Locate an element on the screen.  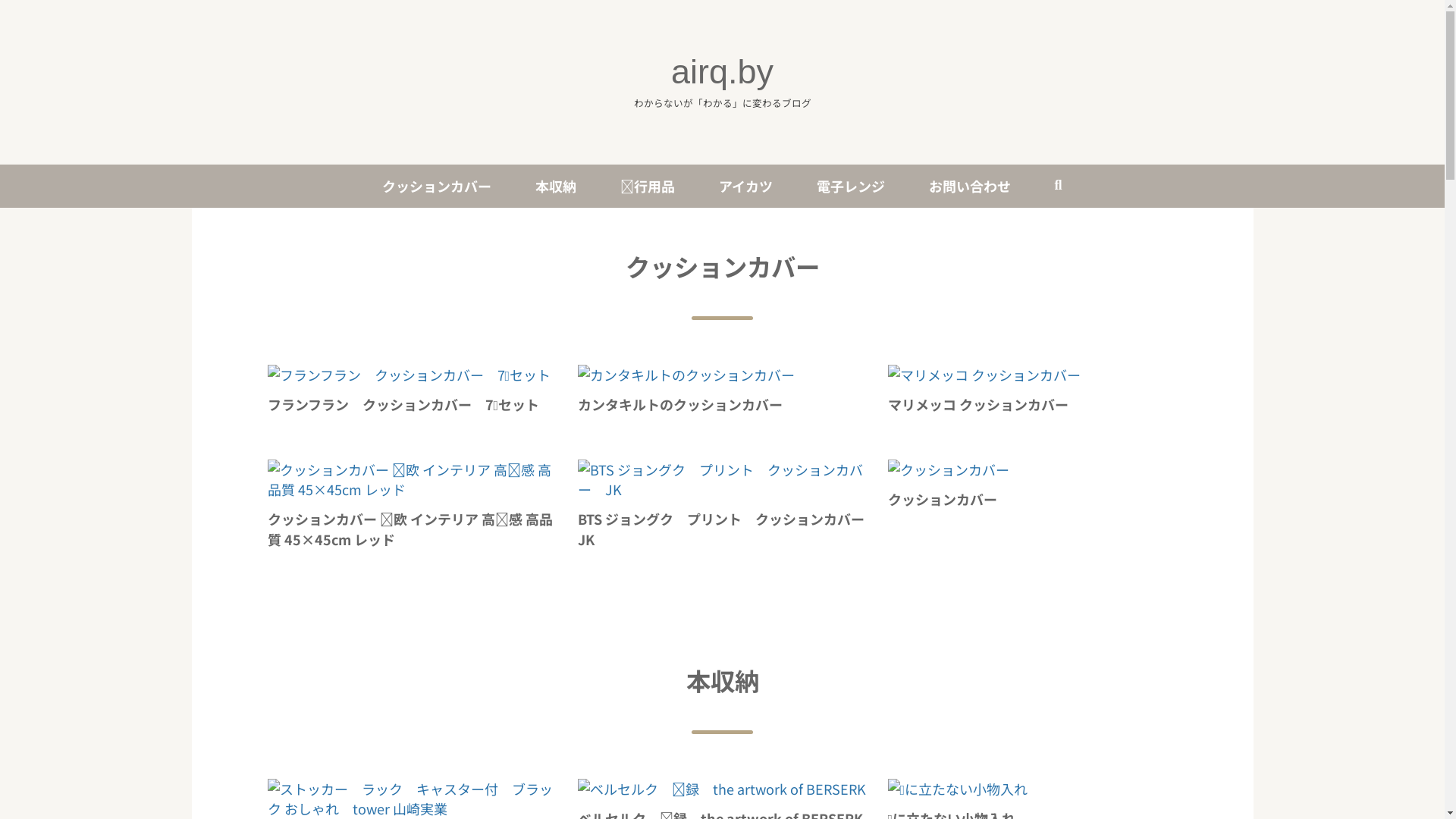
'airq.by' is located at coordinates (721, 71).